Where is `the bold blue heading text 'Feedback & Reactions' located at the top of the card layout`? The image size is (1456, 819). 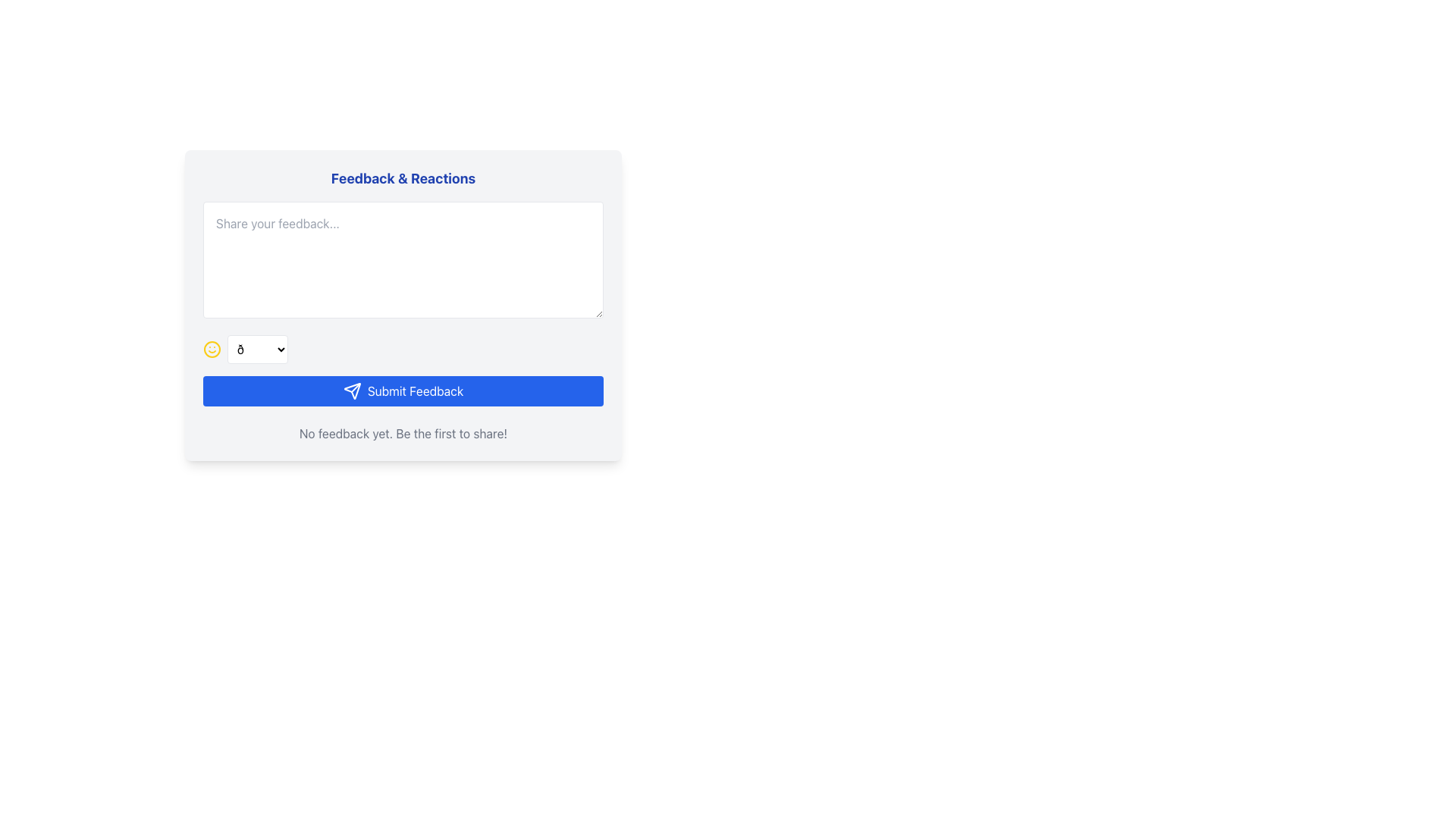
the bold blue heading text 'Feedback & Reactions' located at the top of the card layout is located at coordinates (403, 177).